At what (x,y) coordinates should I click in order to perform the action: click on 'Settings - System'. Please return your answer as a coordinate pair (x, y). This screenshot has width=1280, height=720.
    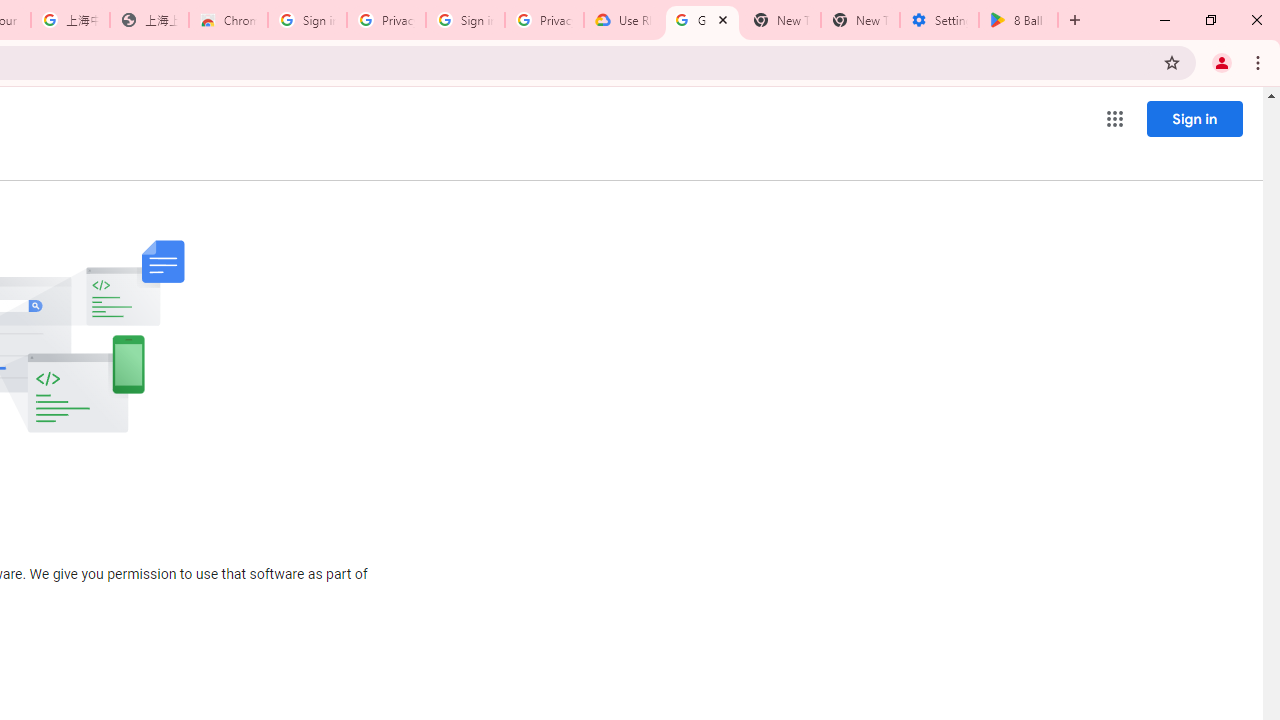
    Looking at the image, I should click on (938, 20).